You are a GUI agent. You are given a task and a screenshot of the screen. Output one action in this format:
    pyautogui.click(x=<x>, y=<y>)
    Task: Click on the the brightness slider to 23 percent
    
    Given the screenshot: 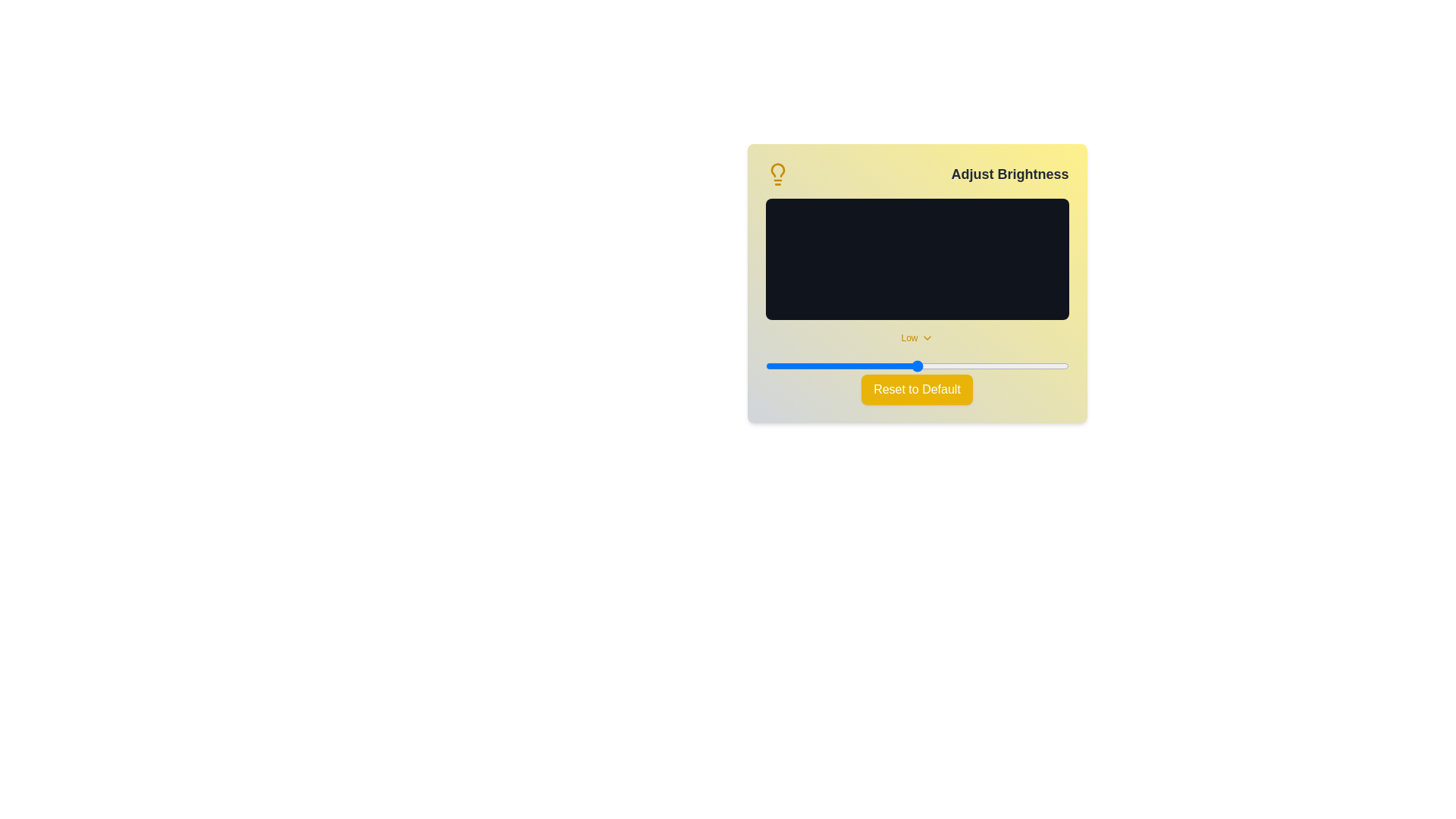 What is the action you would take?
    pyautogui.click(x=834, y=366)
    